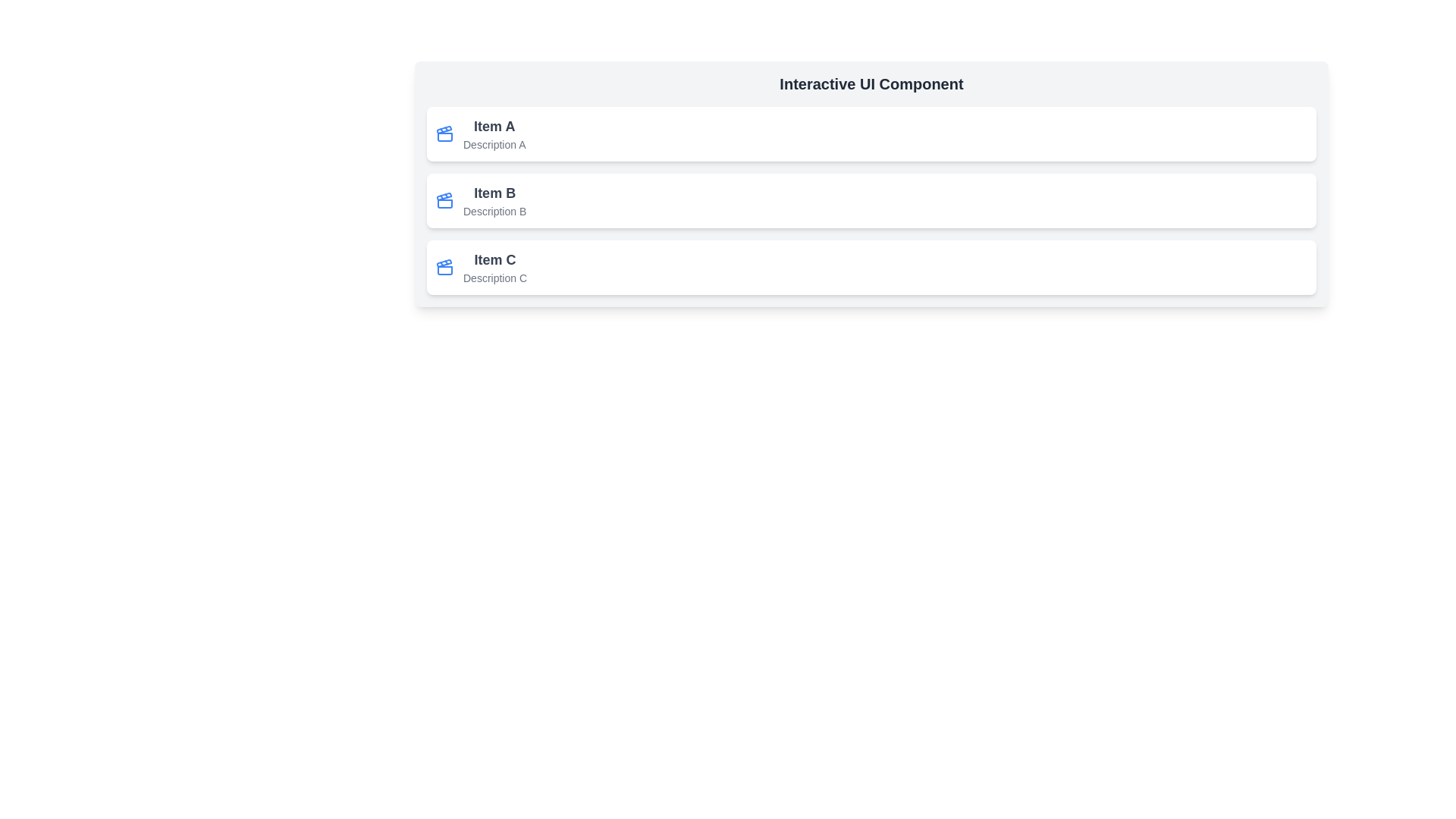  What do you see at coordinates (494, 145) in the screenshot?
I see `the text label 'Description A' styled with a small font size and gray color, located below 'Item A' in the first card of a vertically stacked list` at bounding box center [494, 145].